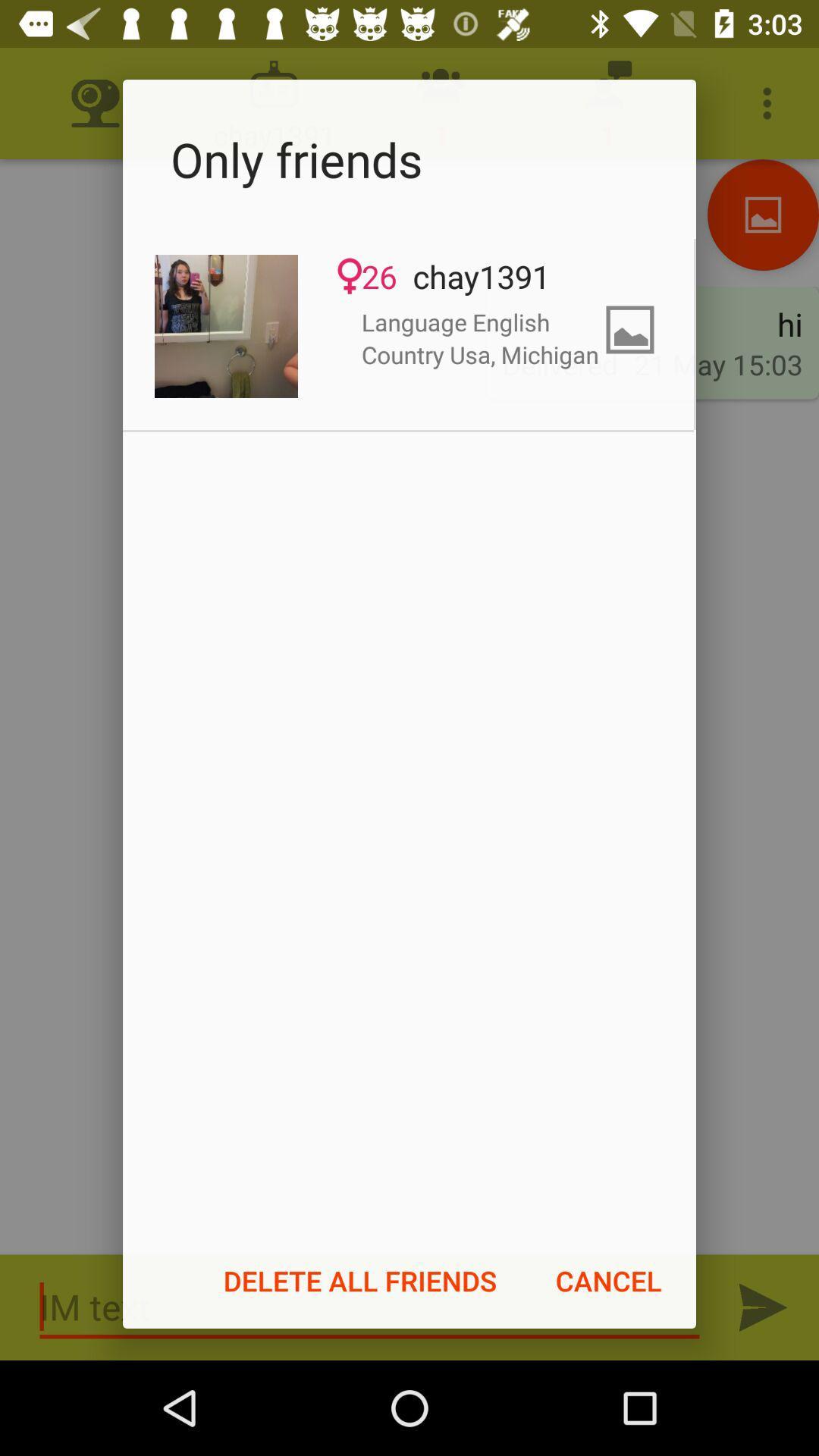 The image size is (819, 1456). What do you see at coordinates (226, 325) in the screenshot?
I see `the icon at the top left corner` at bounding box center [226, 325].